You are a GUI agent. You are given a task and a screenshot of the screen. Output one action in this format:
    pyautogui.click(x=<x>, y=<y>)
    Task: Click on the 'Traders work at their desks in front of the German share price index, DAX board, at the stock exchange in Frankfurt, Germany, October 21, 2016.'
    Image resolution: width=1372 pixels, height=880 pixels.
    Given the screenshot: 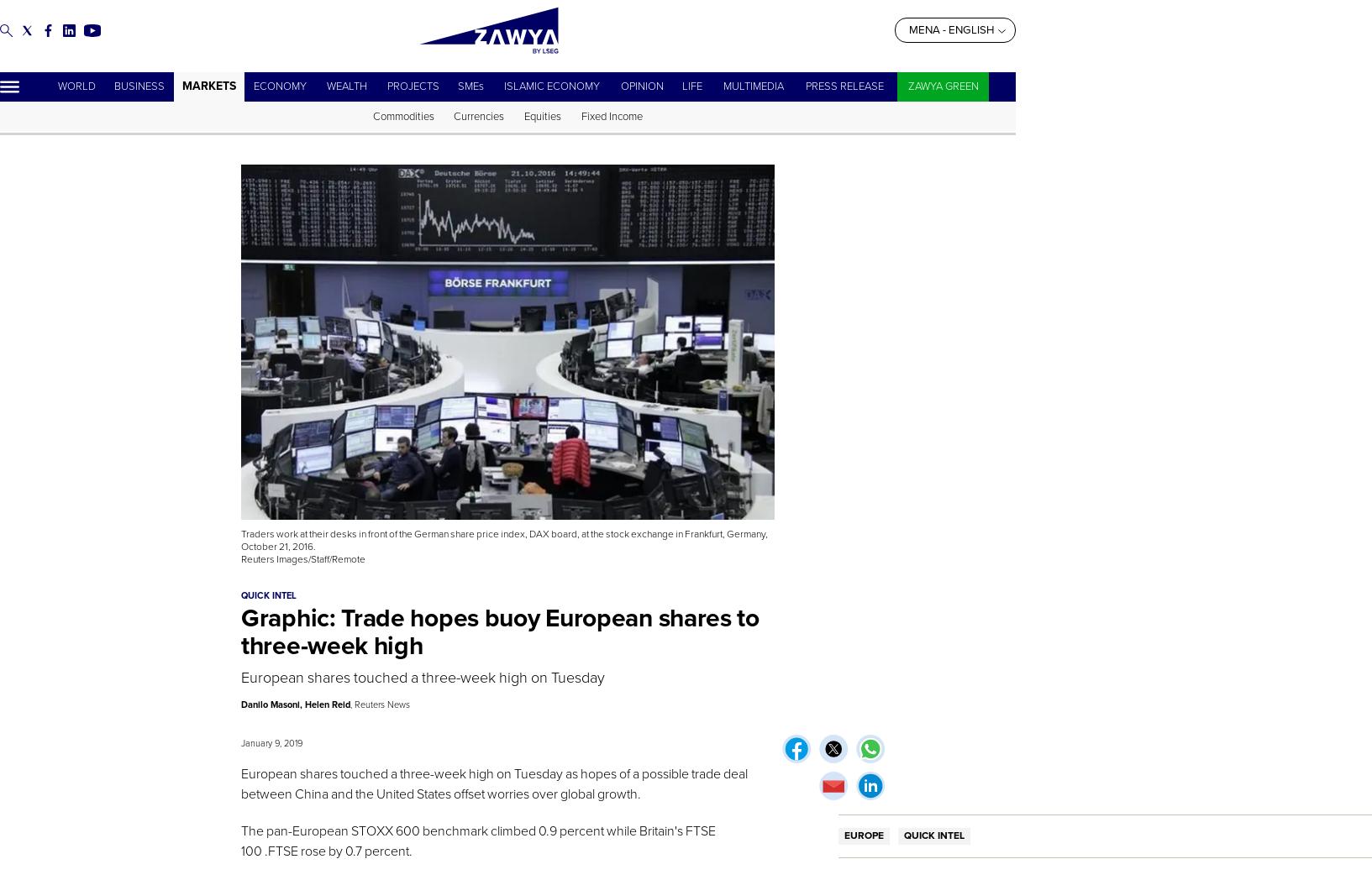 What is the action you would take?
    pyautogui.click(x=503, y=539)
    